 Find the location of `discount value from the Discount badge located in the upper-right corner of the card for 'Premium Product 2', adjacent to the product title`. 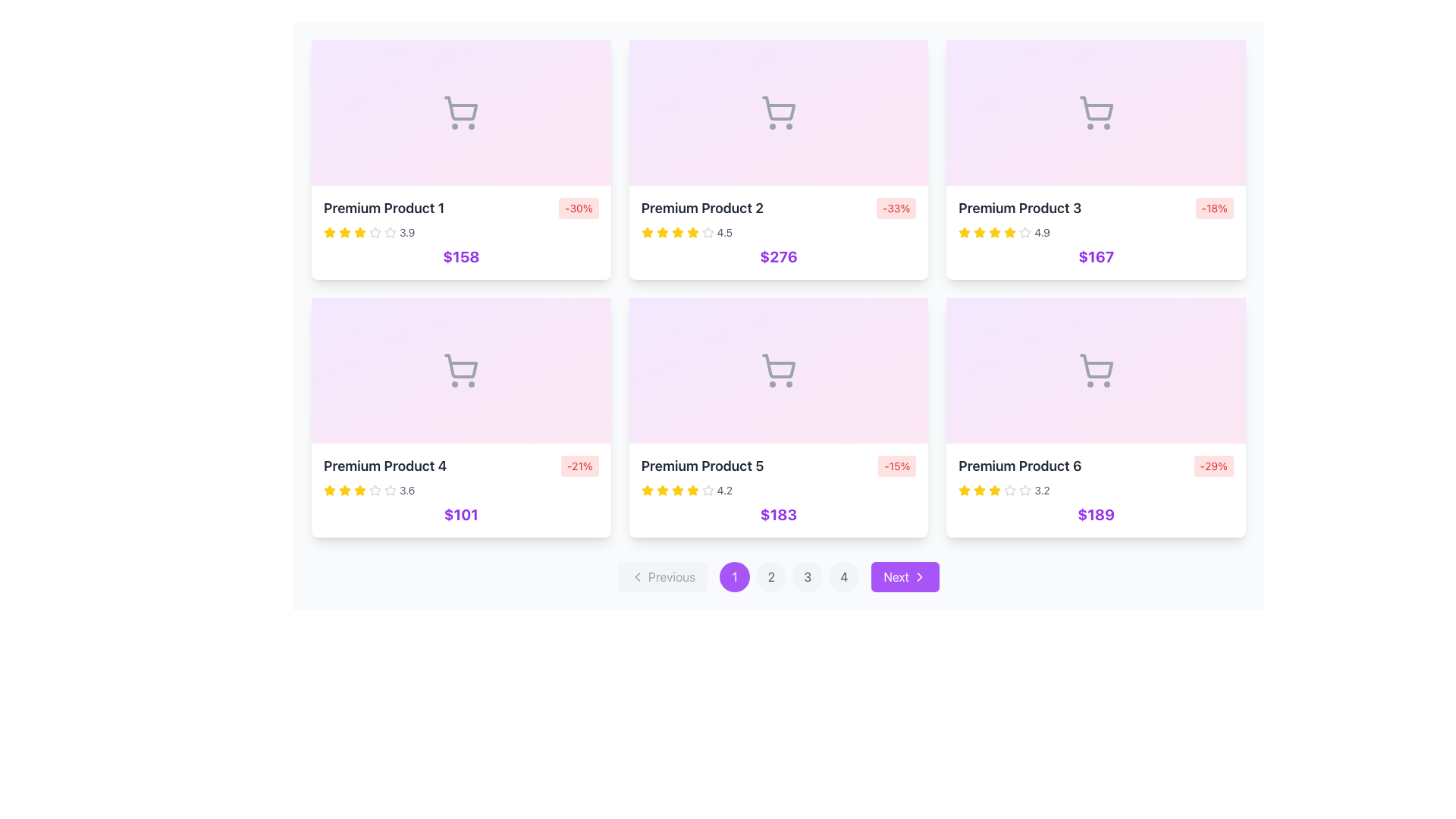

discount value from the Discount badge located in the upper-right corner of the card for 'Premium Product 2', adjacent to the product title is located at coordinates (896, 208).